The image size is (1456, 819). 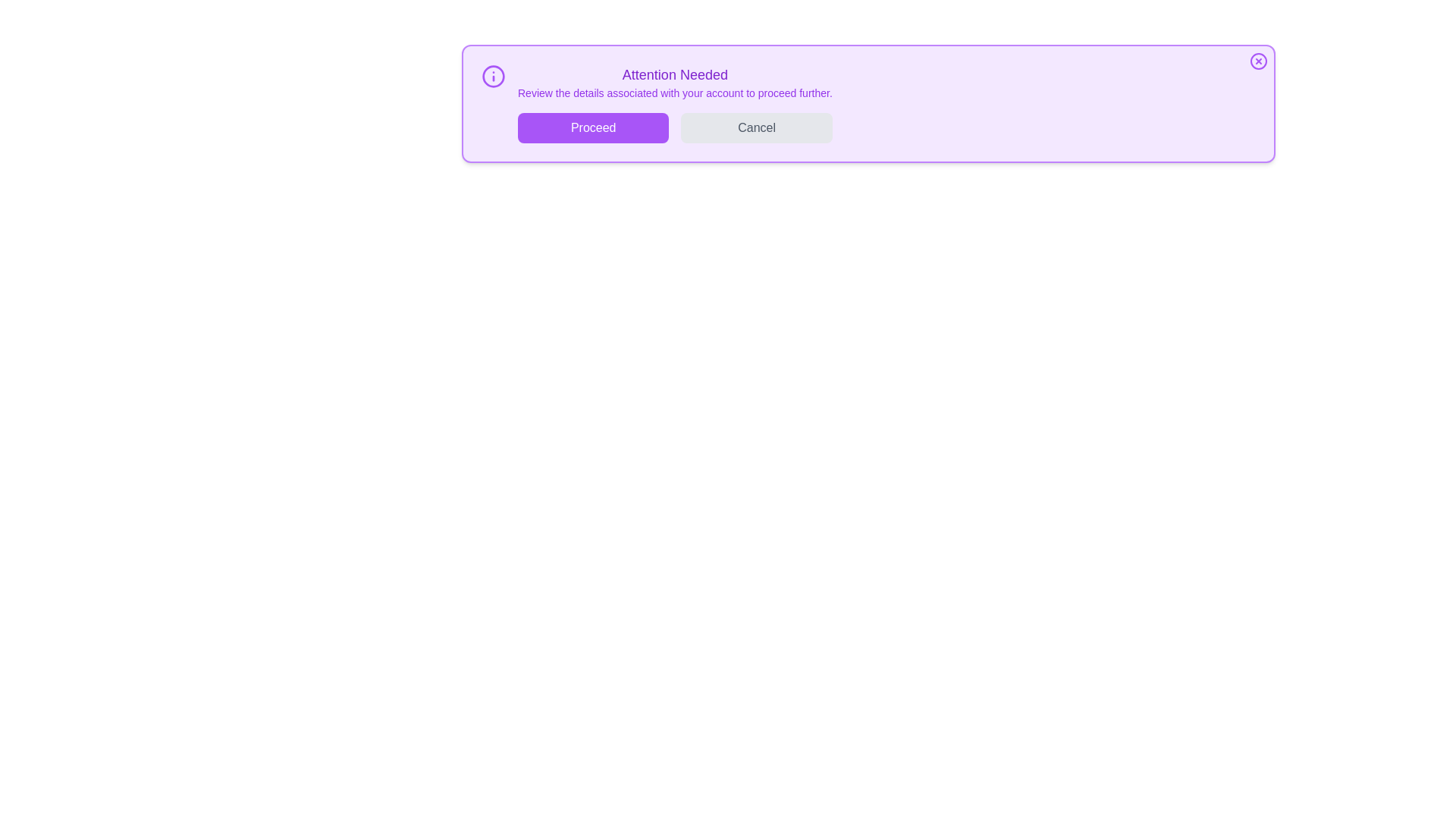 I want to click on the 'Cancel' button to dismiss the alert, so click(x=757, y=127).